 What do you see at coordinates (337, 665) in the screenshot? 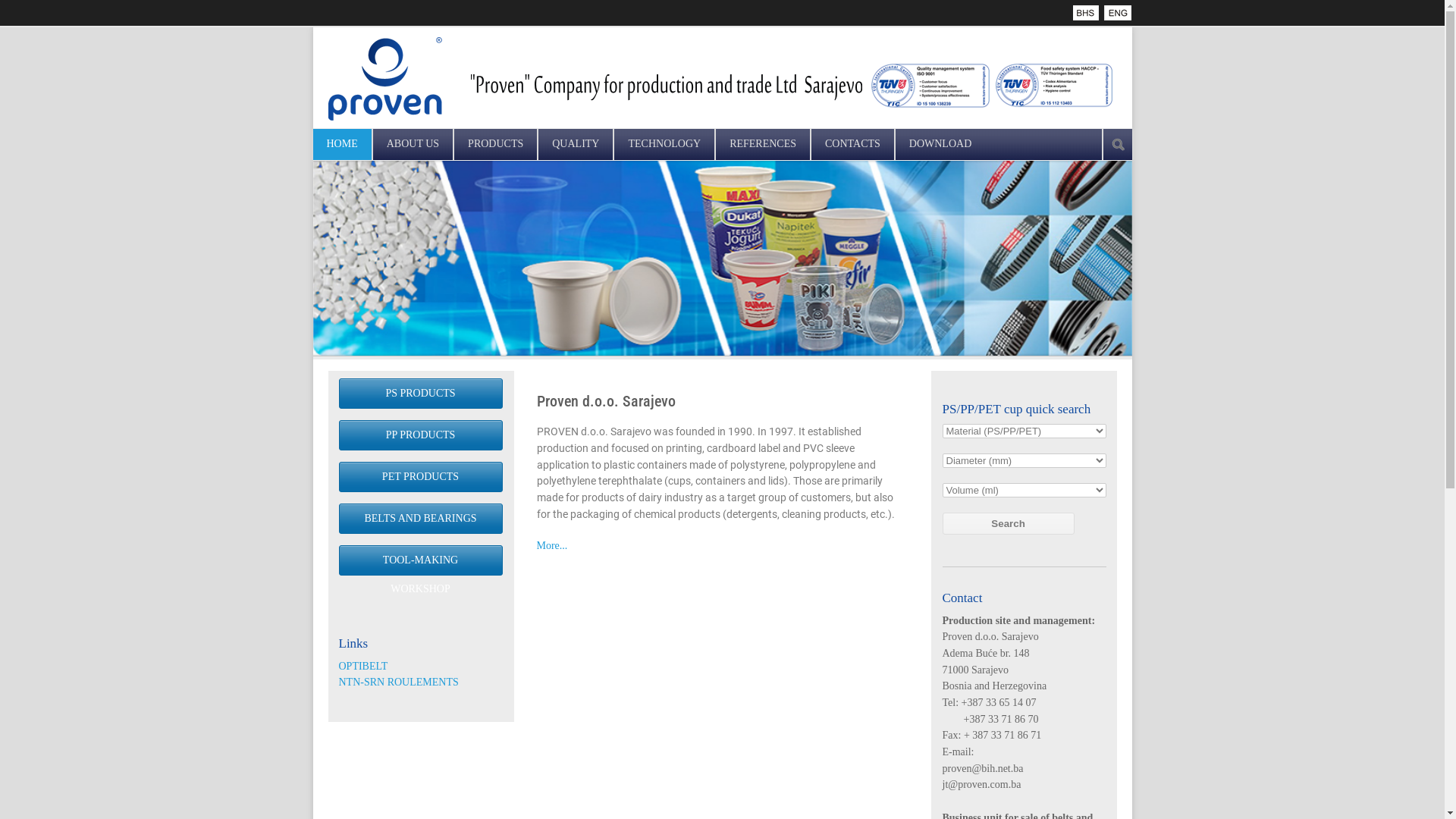
I see `'OPTIBELT'` at bounding box center [337, 665].